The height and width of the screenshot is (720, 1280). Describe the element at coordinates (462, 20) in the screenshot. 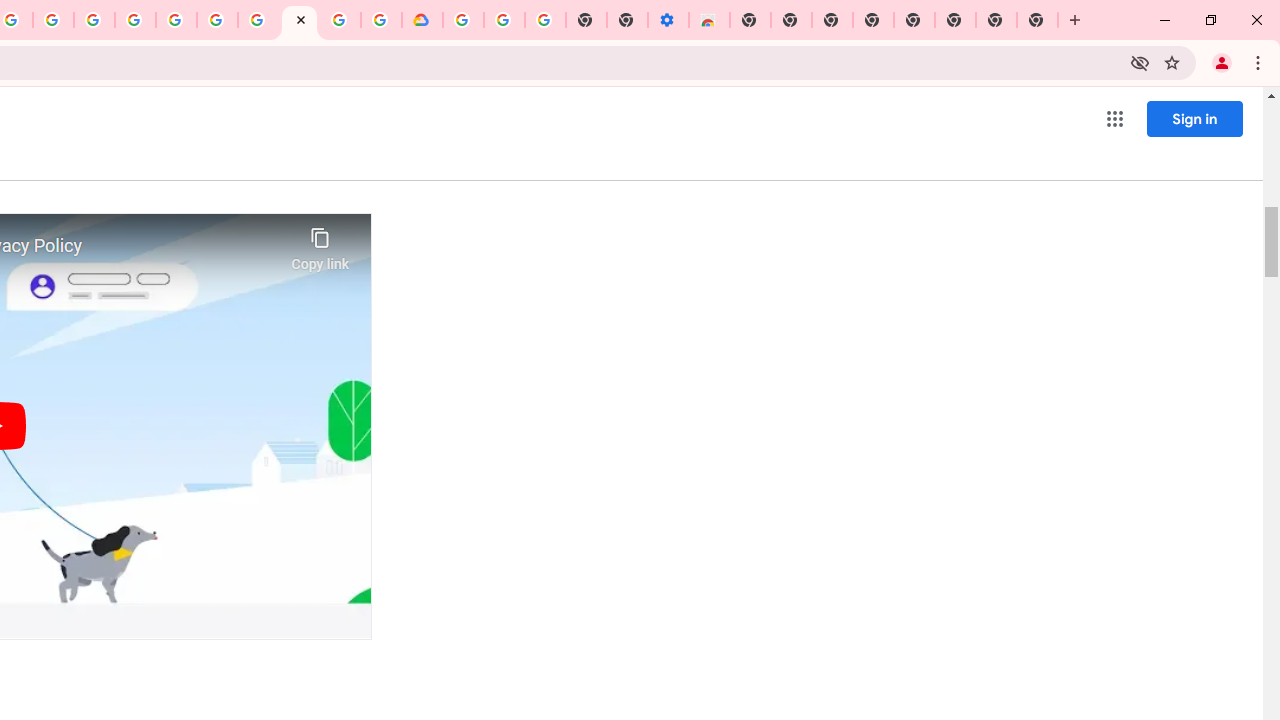

I see `'Sign in - Google Accounts'` at that location.